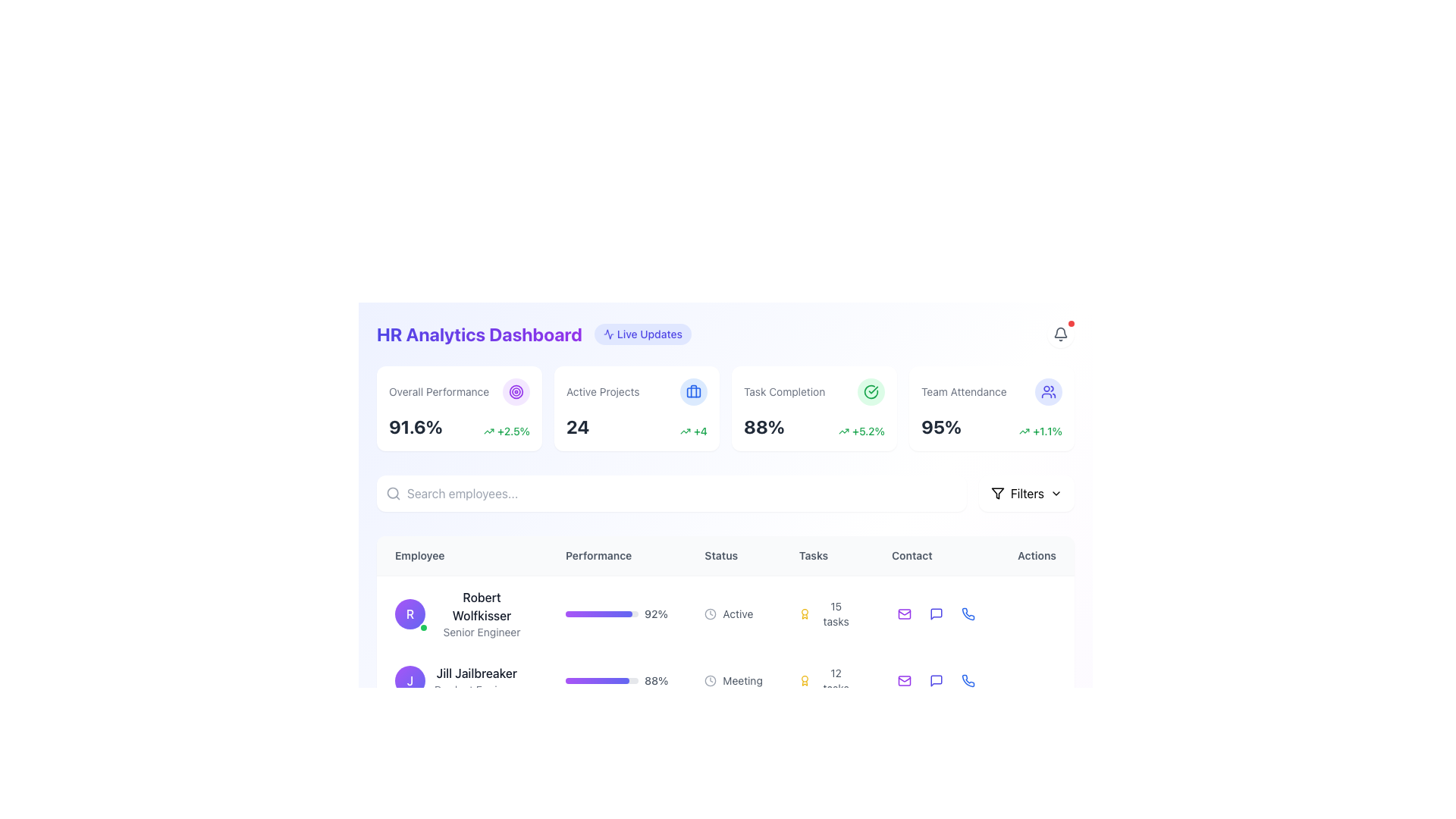 The image size is (1456, 819). Describe the element at coordinates (1059, 333) in the screenshot. I see `the bell icon located in the upper-right corner of the interface, which serves as a notification indicator and is styled as a clickable button` at that location.